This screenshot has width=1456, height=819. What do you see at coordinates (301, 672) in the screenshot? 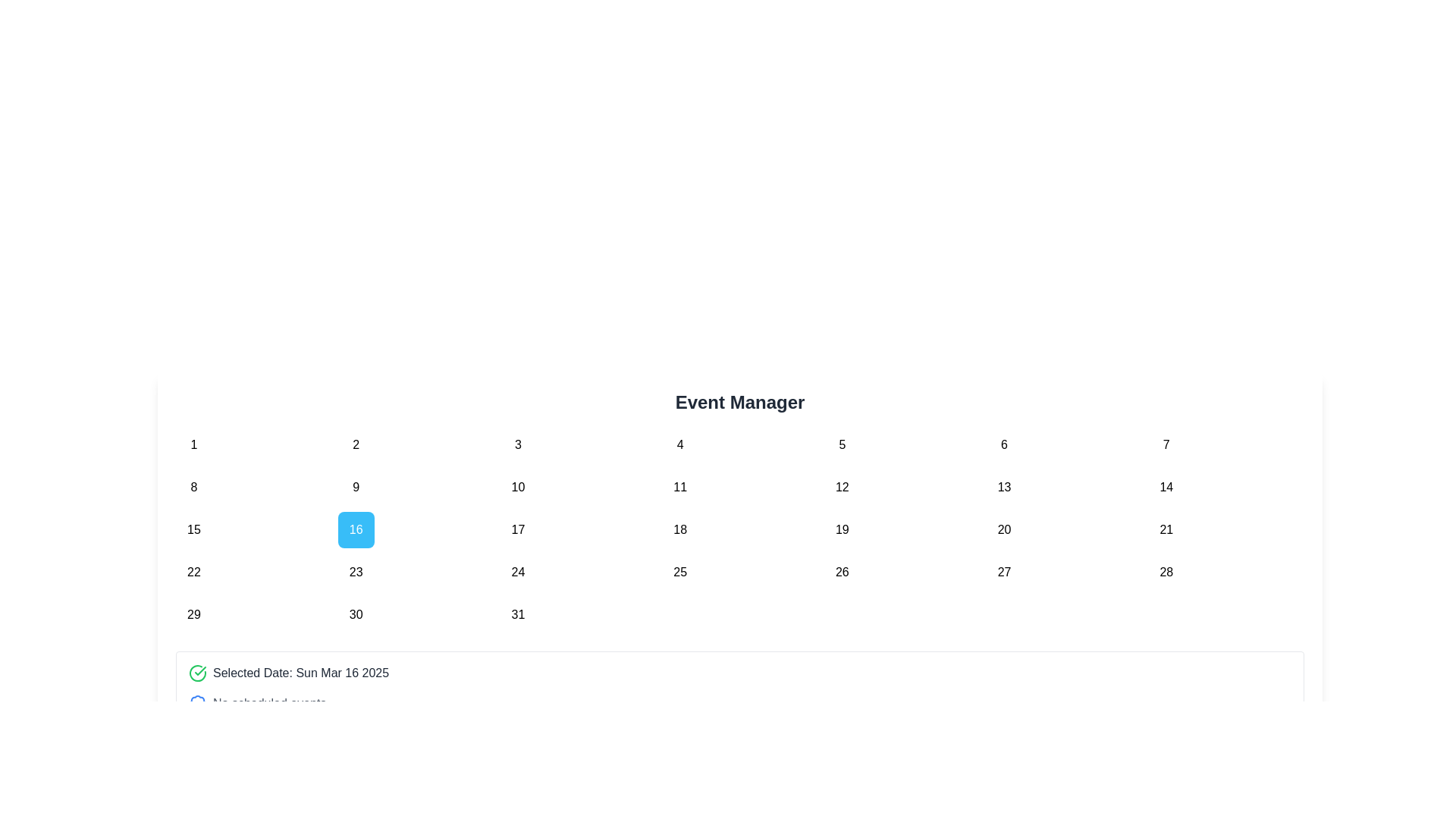
I see `the text label displaying 'Selected Date: Sun Mar 16 2025', which is positioned to the right of a green check icon` at bounding box center [301, 672].